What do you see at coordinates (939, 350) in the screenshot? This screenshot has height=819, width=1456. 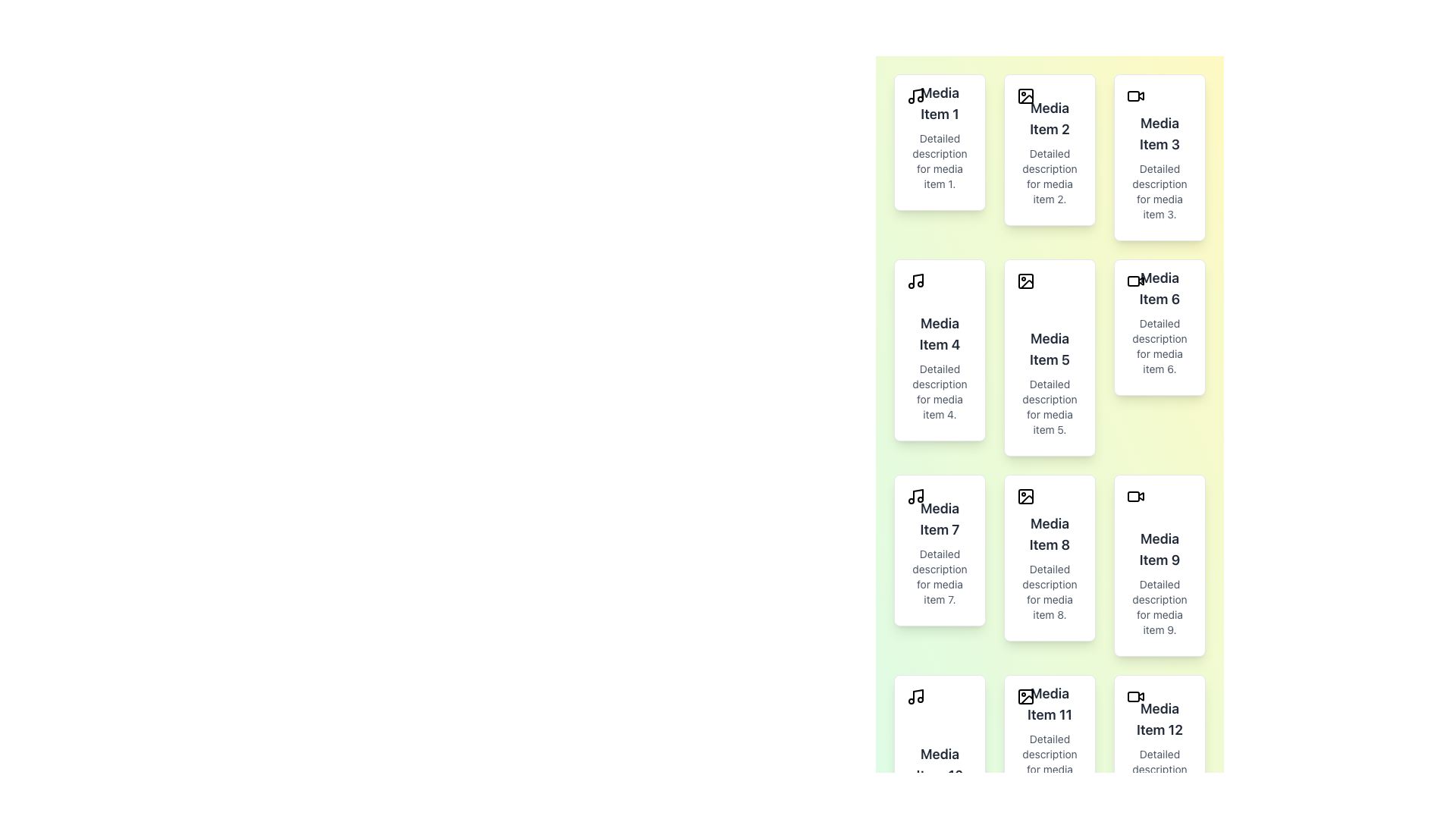 I see `the content of the card titled 'Media Item 4' which is located in the second column of the second row of a grid layout` at bounding box center [939, 350].